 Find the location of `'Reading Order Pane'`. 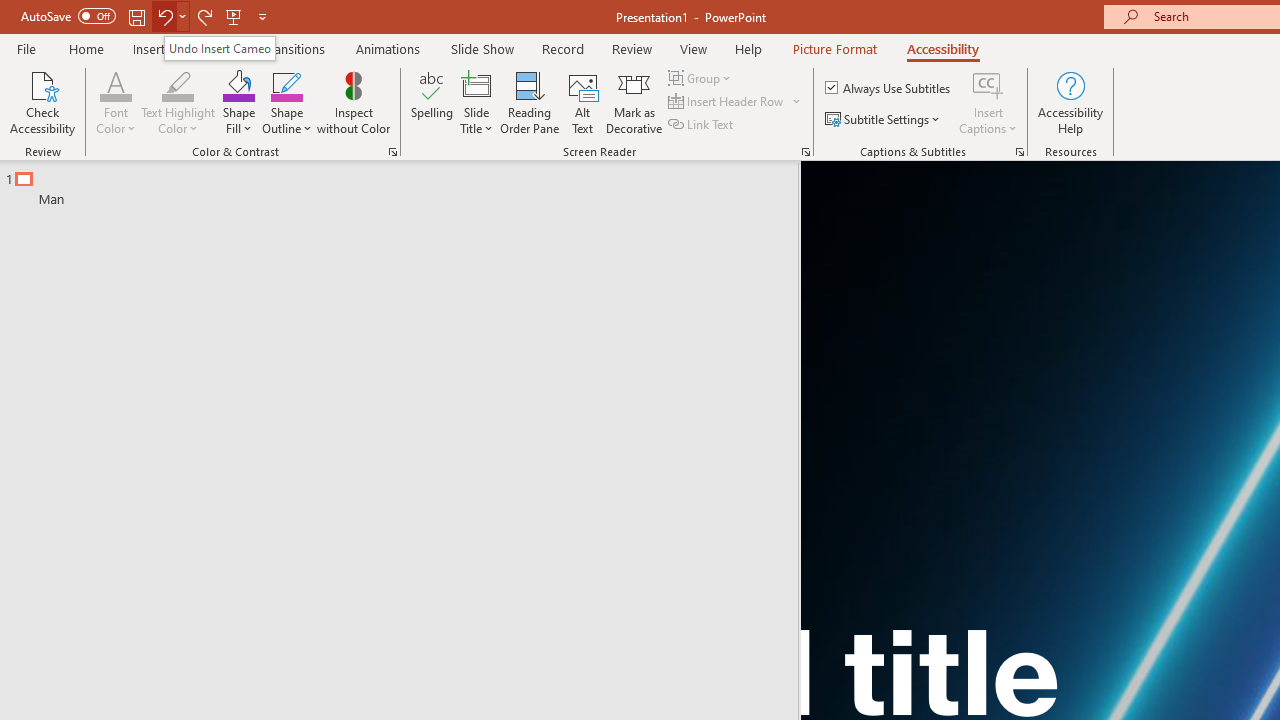

'Reading Order Pane' is located at coordinates (529, 103).